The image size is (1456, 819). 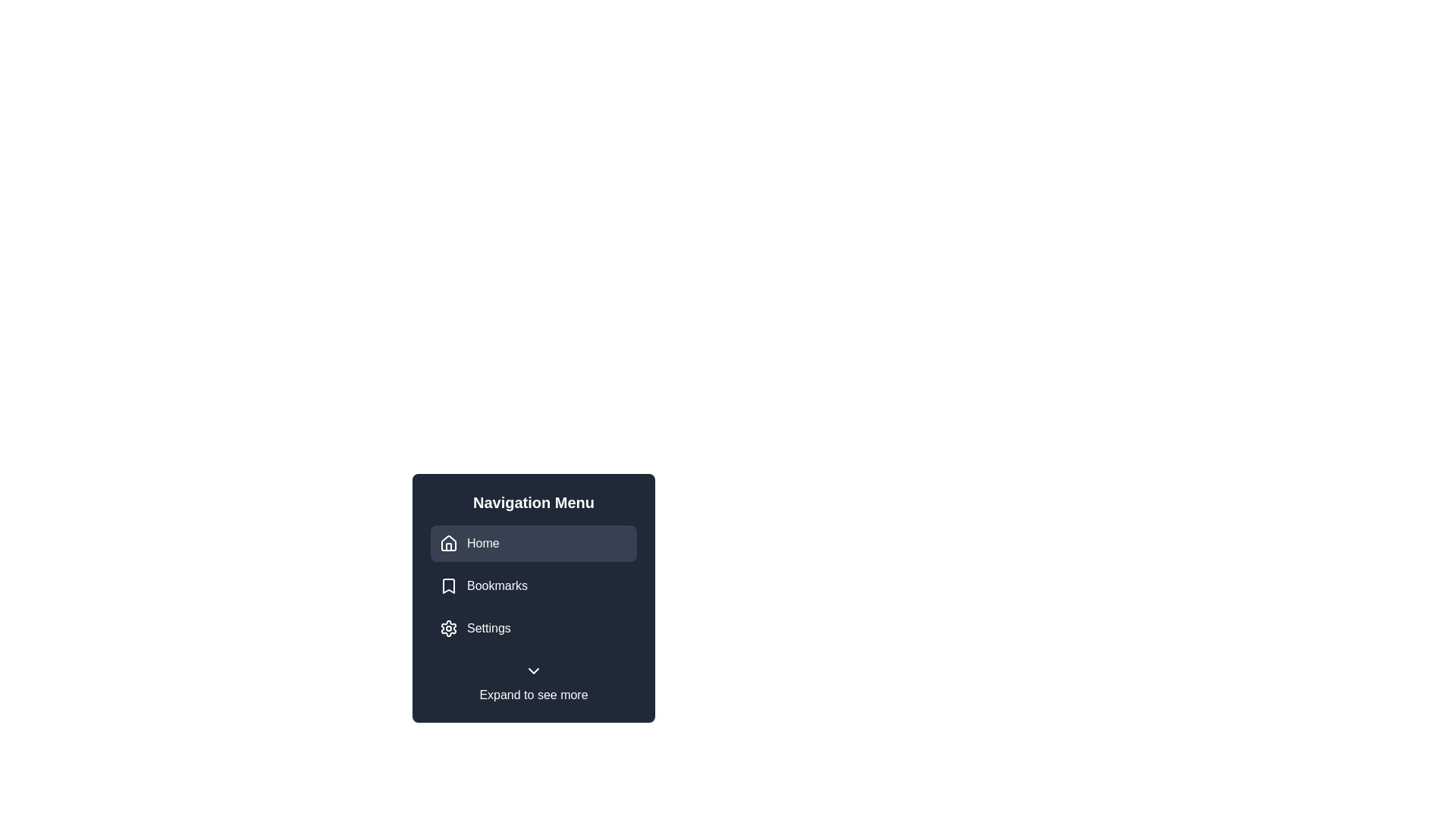 I want to click on the 'Bookmarks' navigation menu item, which is the second item in a vertical list of three items in the navigation menu, positioned between 'Home' and 'Settings', so click(x=534, y=585).